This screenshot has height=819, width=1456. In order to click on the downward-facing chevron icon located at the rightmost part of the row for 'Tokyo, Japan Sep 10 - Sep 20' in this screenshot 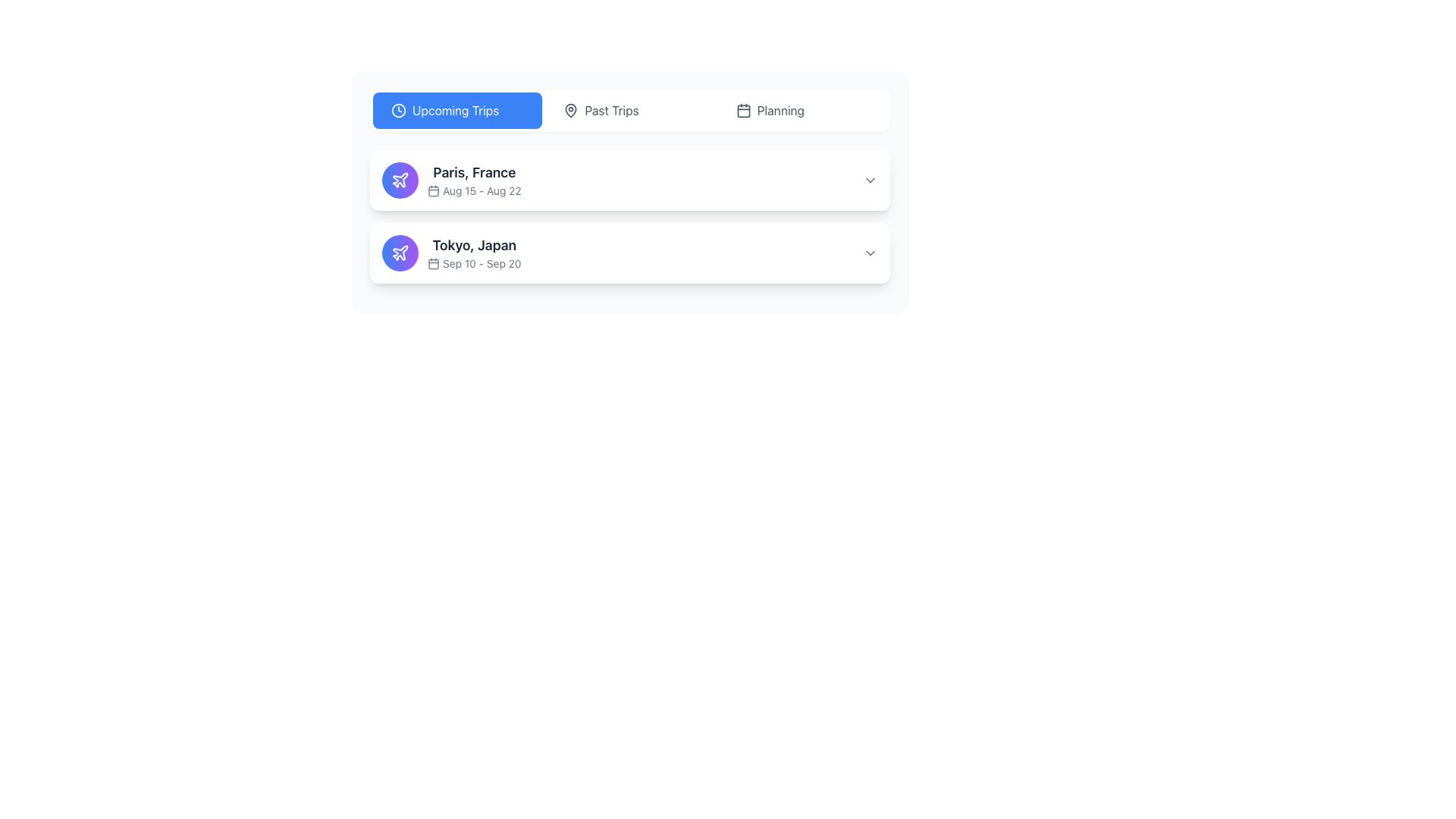, I will do `click(870, 253)`.